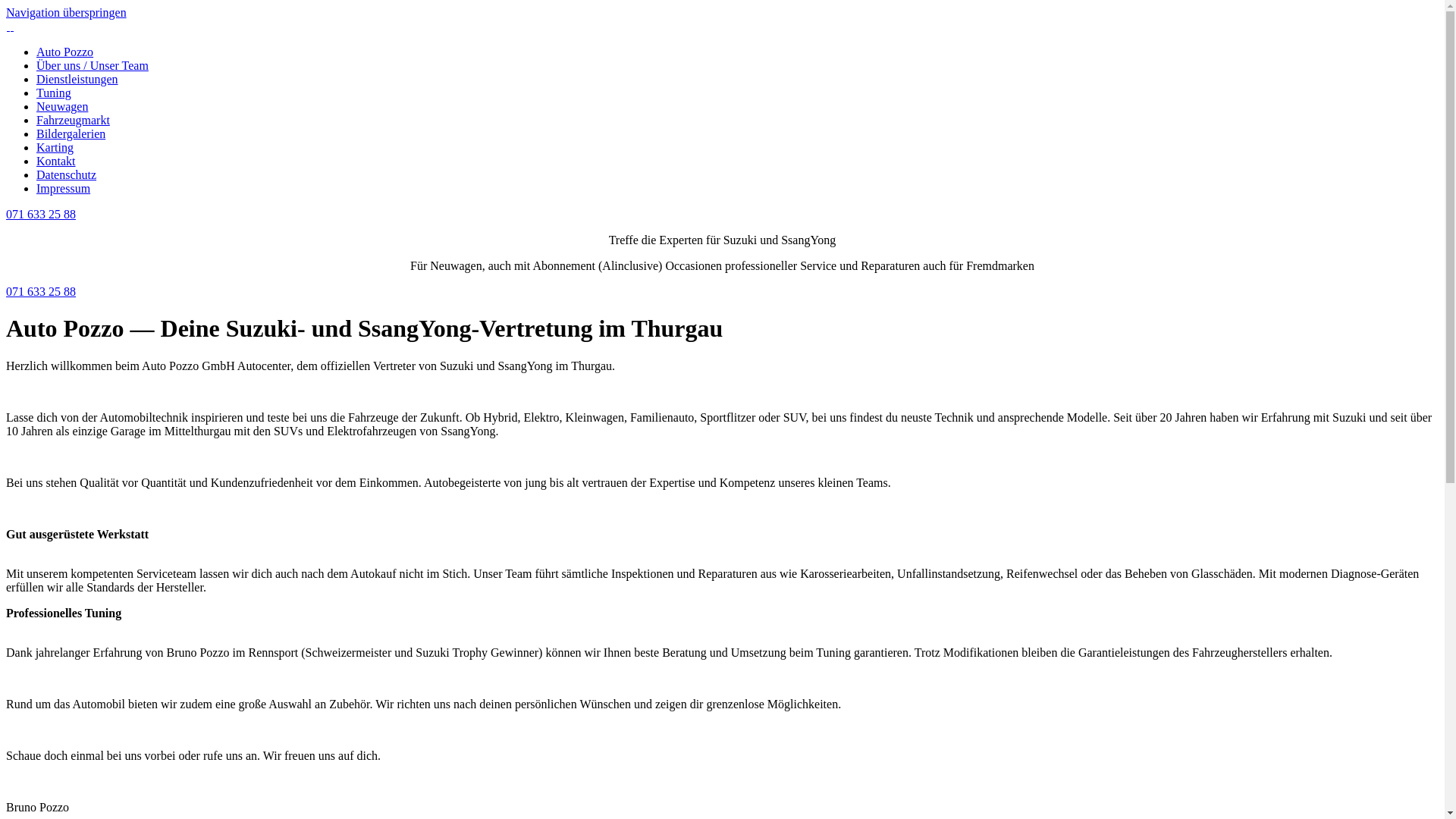 Image resolution: width=1456 pixels, height=819 pixels. What do you see at coordinates (55, 147) in the screenshot?
I see `'Karting'` at bounding box center [55, 147].